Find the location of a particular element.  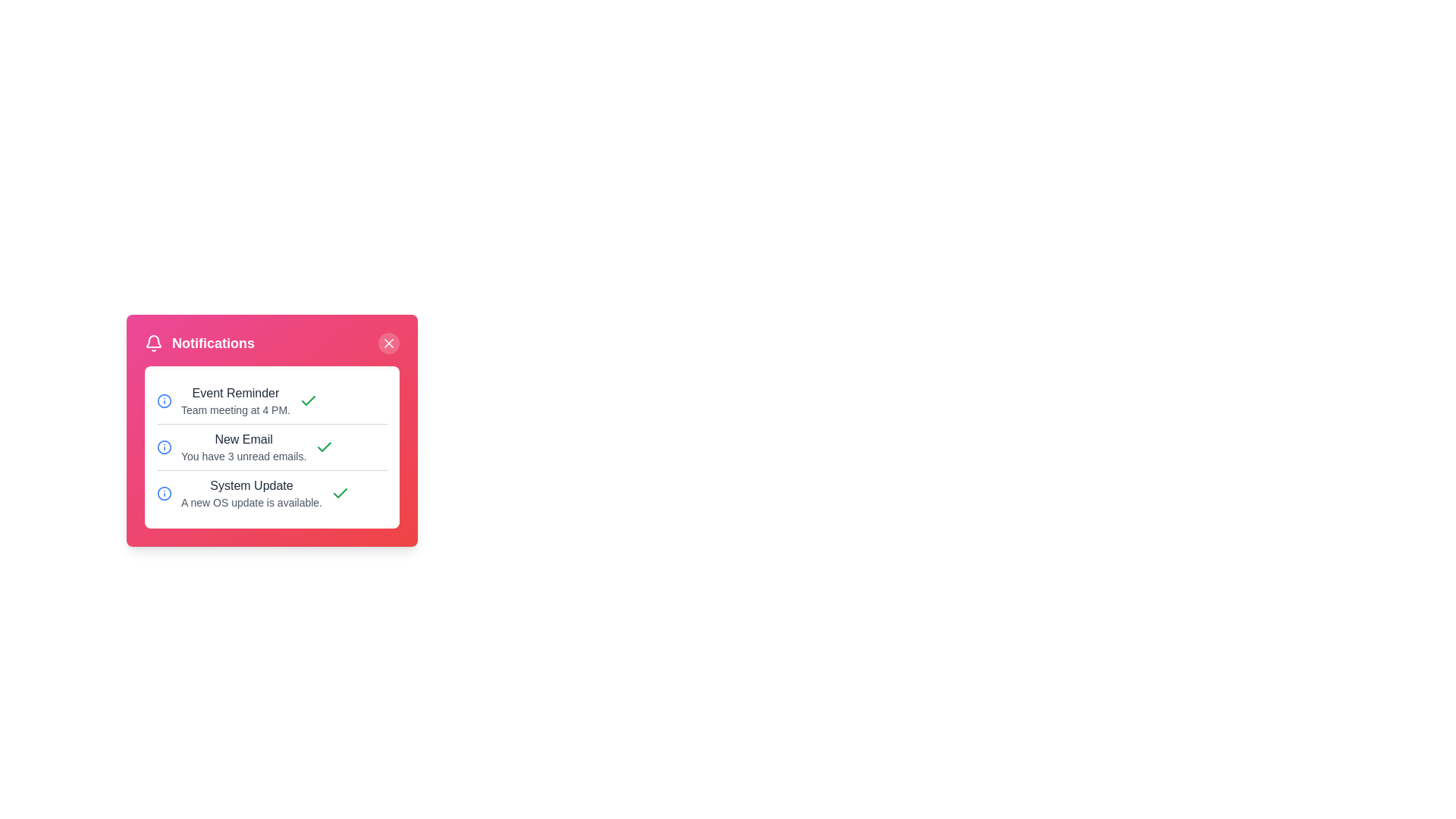

the informational icon (circular graphical icon with a blue outline) located in the notifications card under the 'New Email' entry, positioned to the left of the accompanying text is located at coordinates (164, 400).